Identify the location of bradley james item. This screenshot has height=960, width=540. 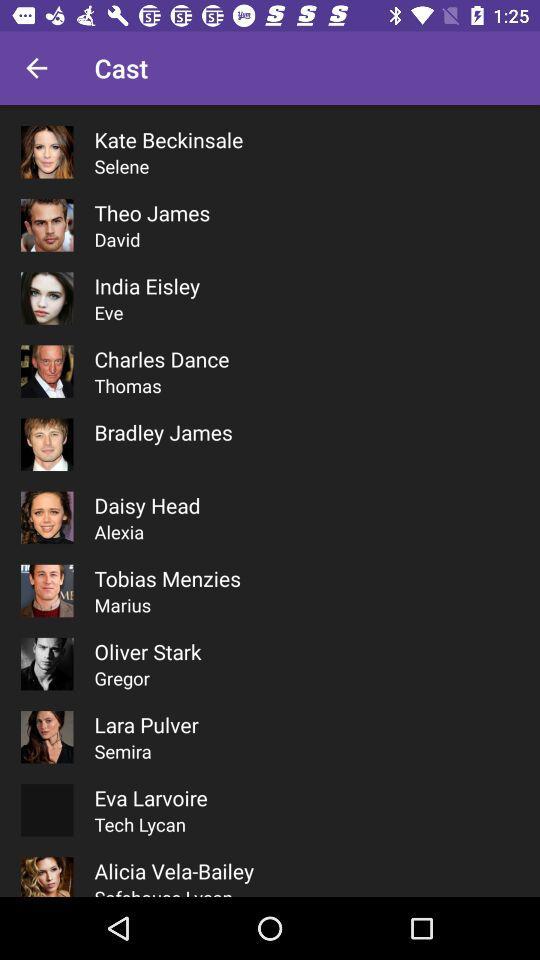
(162, 432).